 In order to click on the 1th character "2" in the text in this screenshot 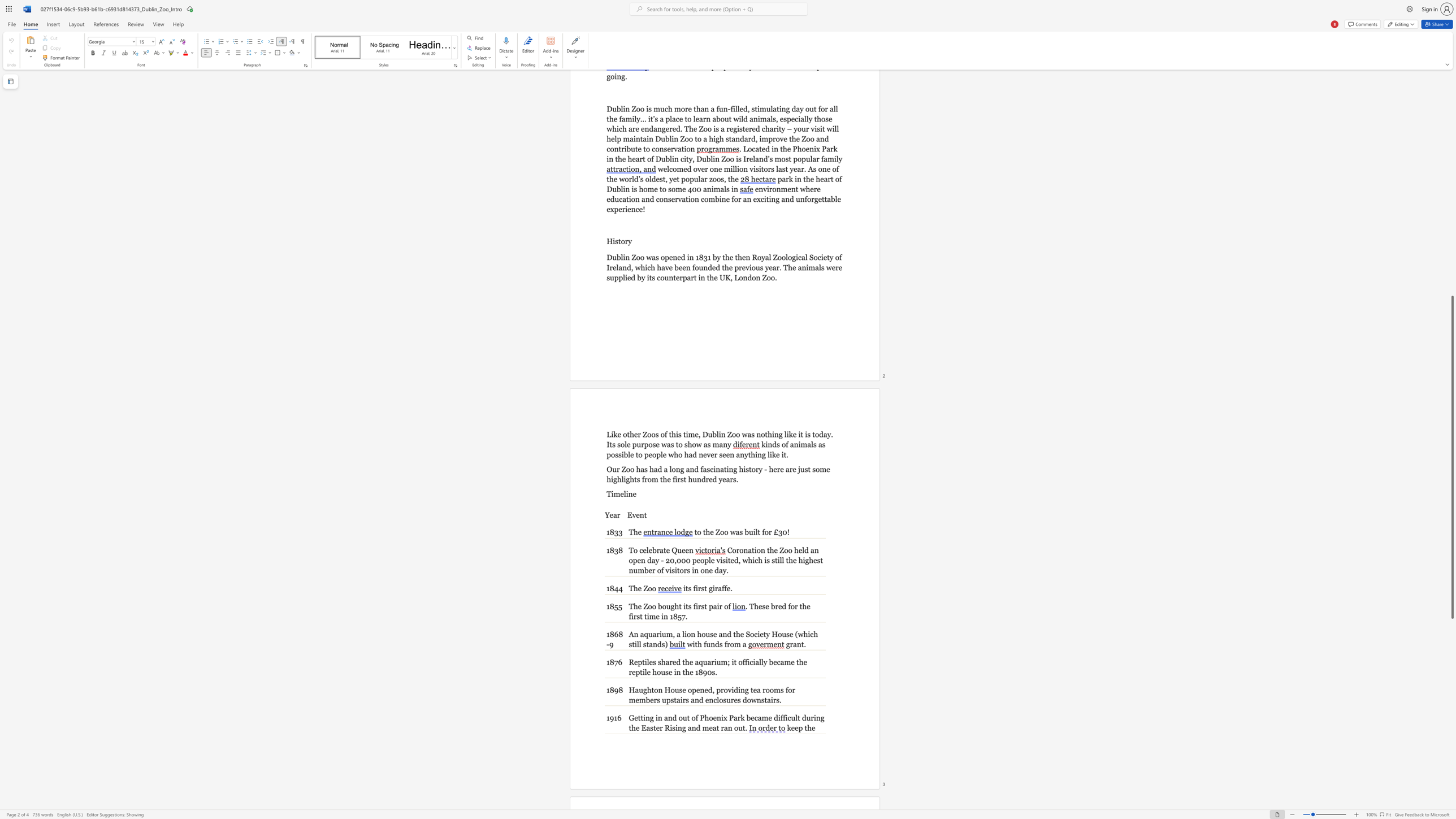, I will do `click(668, 560)`.